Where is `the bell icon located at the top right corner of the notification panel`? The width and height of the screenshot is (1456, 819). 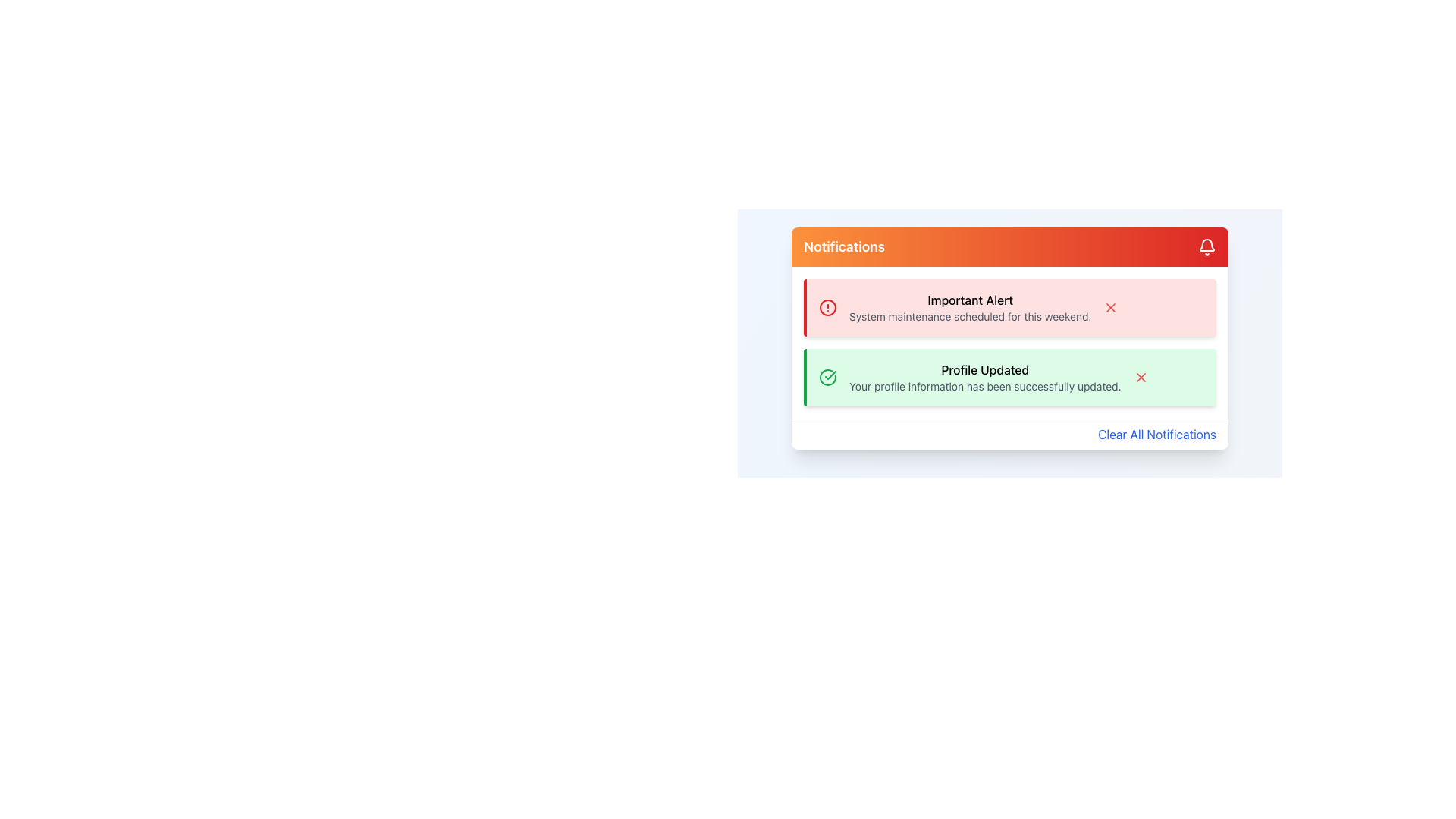
the bell icon located at the top right corner of the notification panel is located at coordinates (1207, 246).